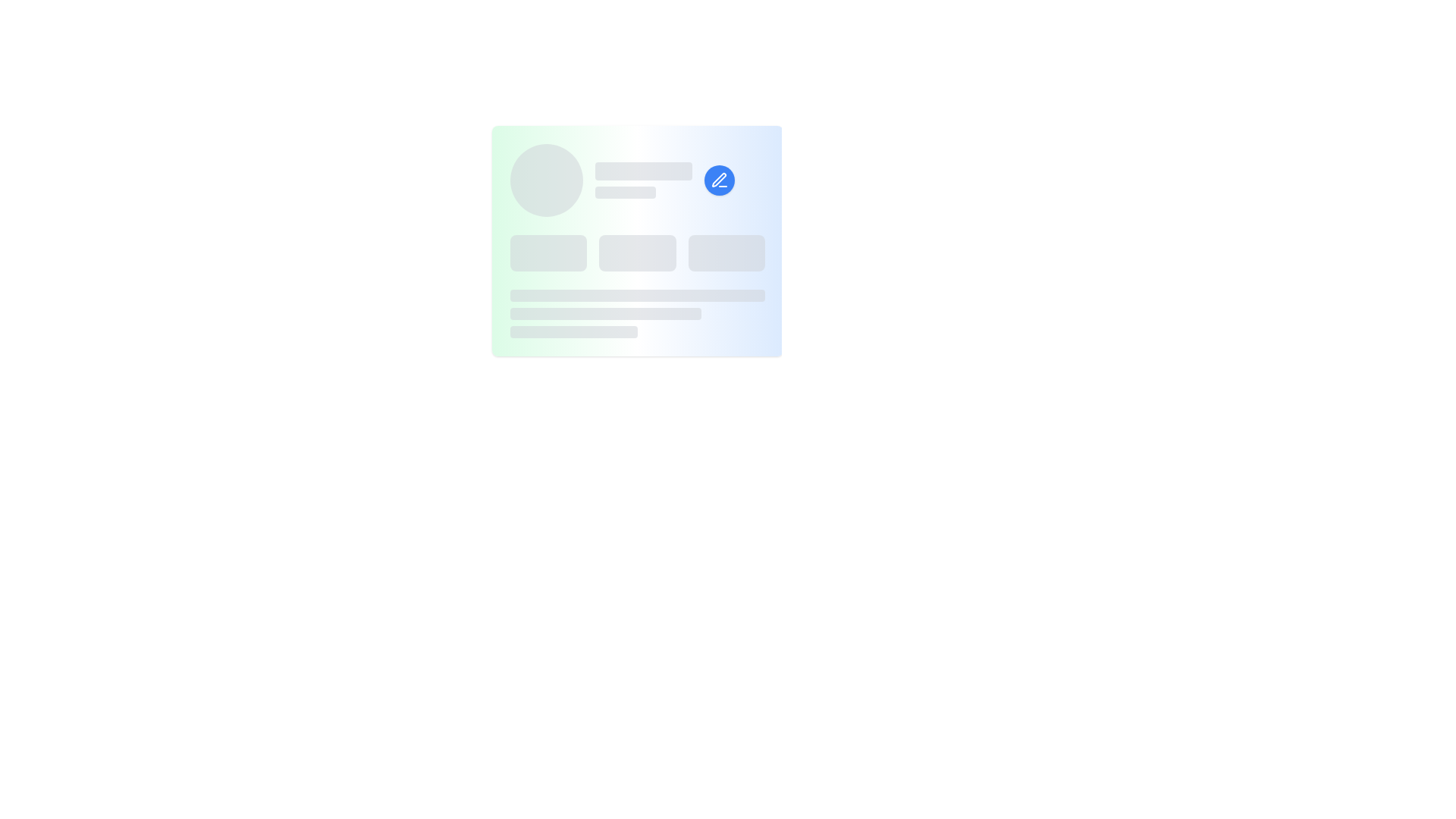 This screenshot has width=1456, height=819. I want to click on the edit icon located in the top-right corner of the card-like interface to initiate an action, so click(718, 179).